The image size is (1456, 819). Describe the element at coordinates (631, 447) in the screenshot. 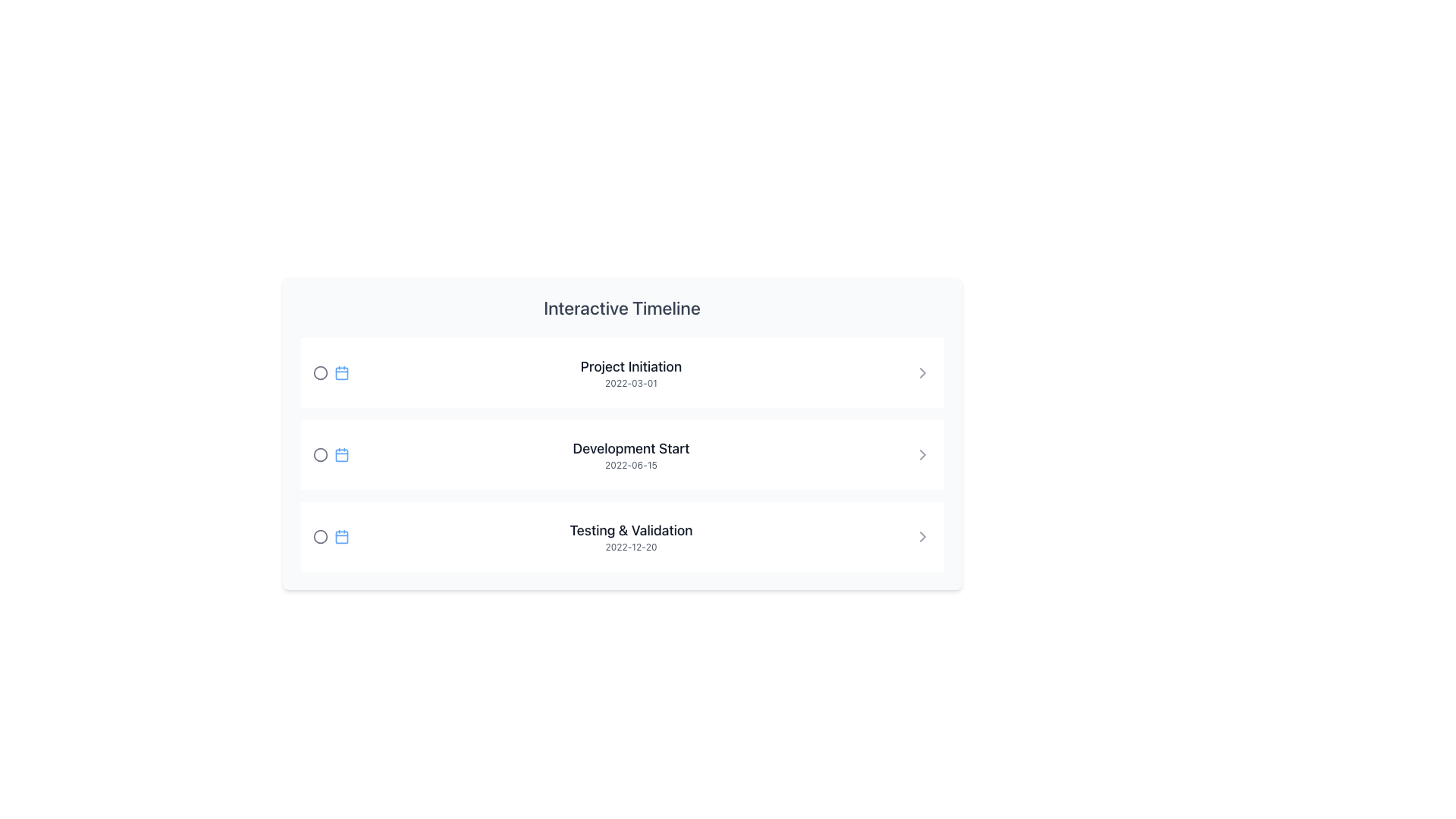

I see `the text label that displays 'Development Start', which is styled with a medium-sized font and dark gray color, located in the middle row of the timeline interface` at that location.